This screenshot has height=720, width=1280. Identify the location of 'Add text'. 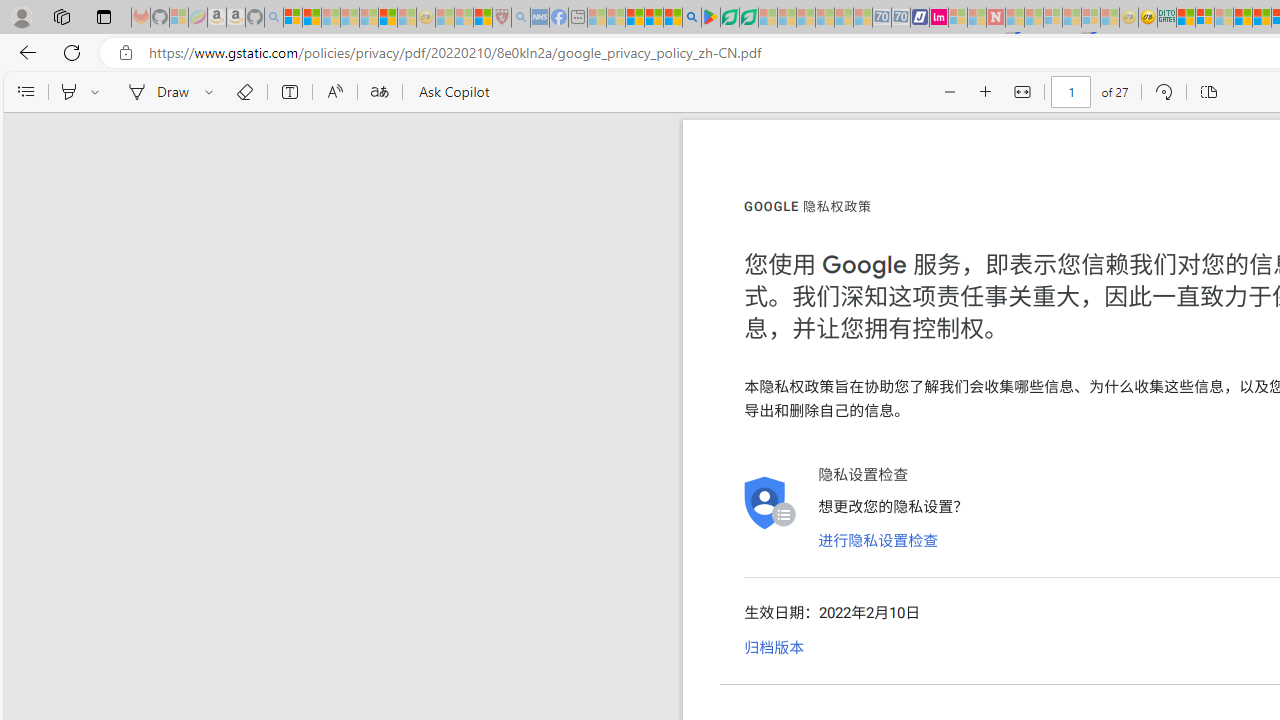
(288, 92).